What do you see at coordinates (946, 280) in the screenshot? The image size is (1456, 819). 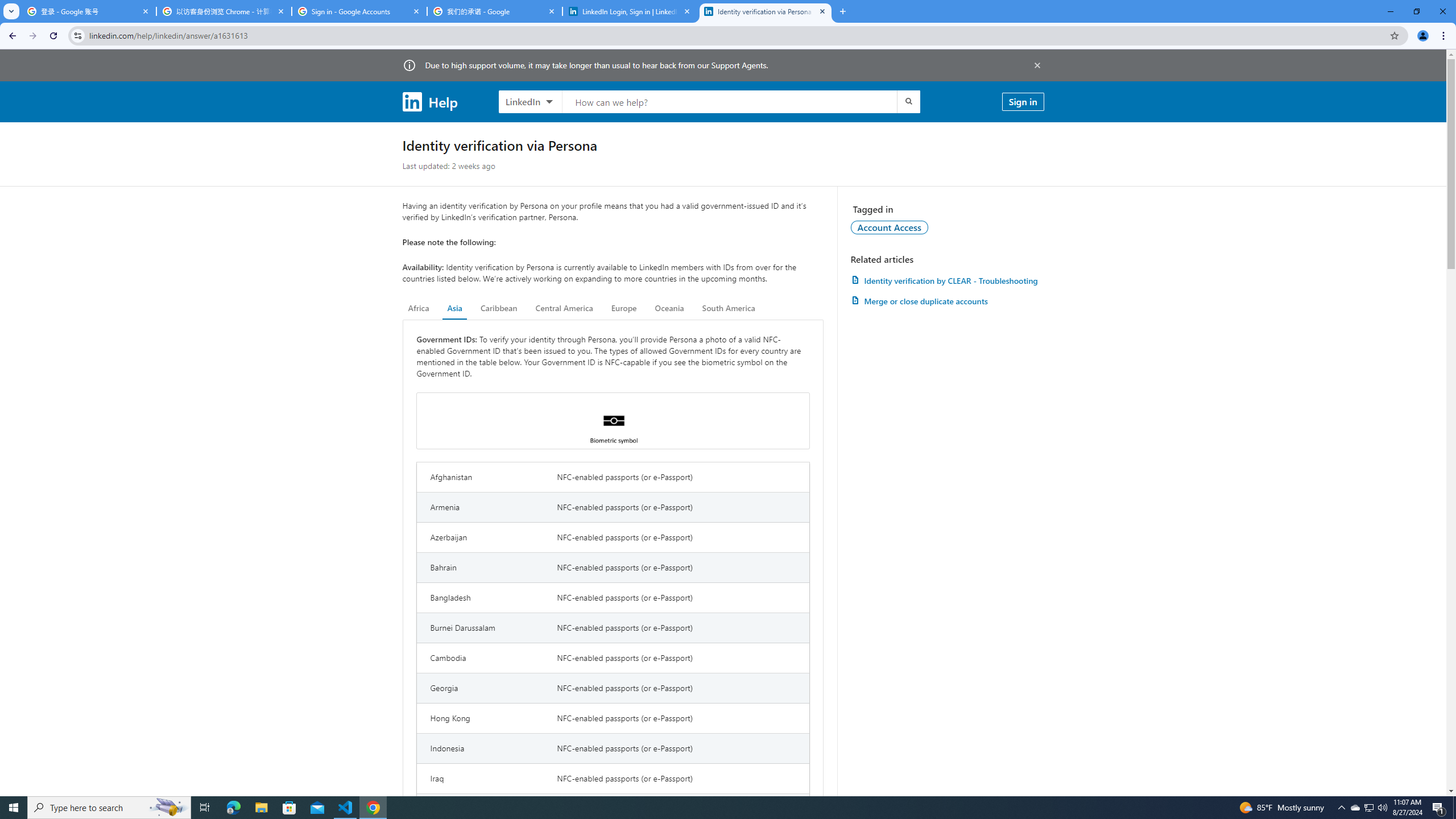 I see `'Identity verification by CLEAR - Troubleshooting'` at bounding box center [946, 280].